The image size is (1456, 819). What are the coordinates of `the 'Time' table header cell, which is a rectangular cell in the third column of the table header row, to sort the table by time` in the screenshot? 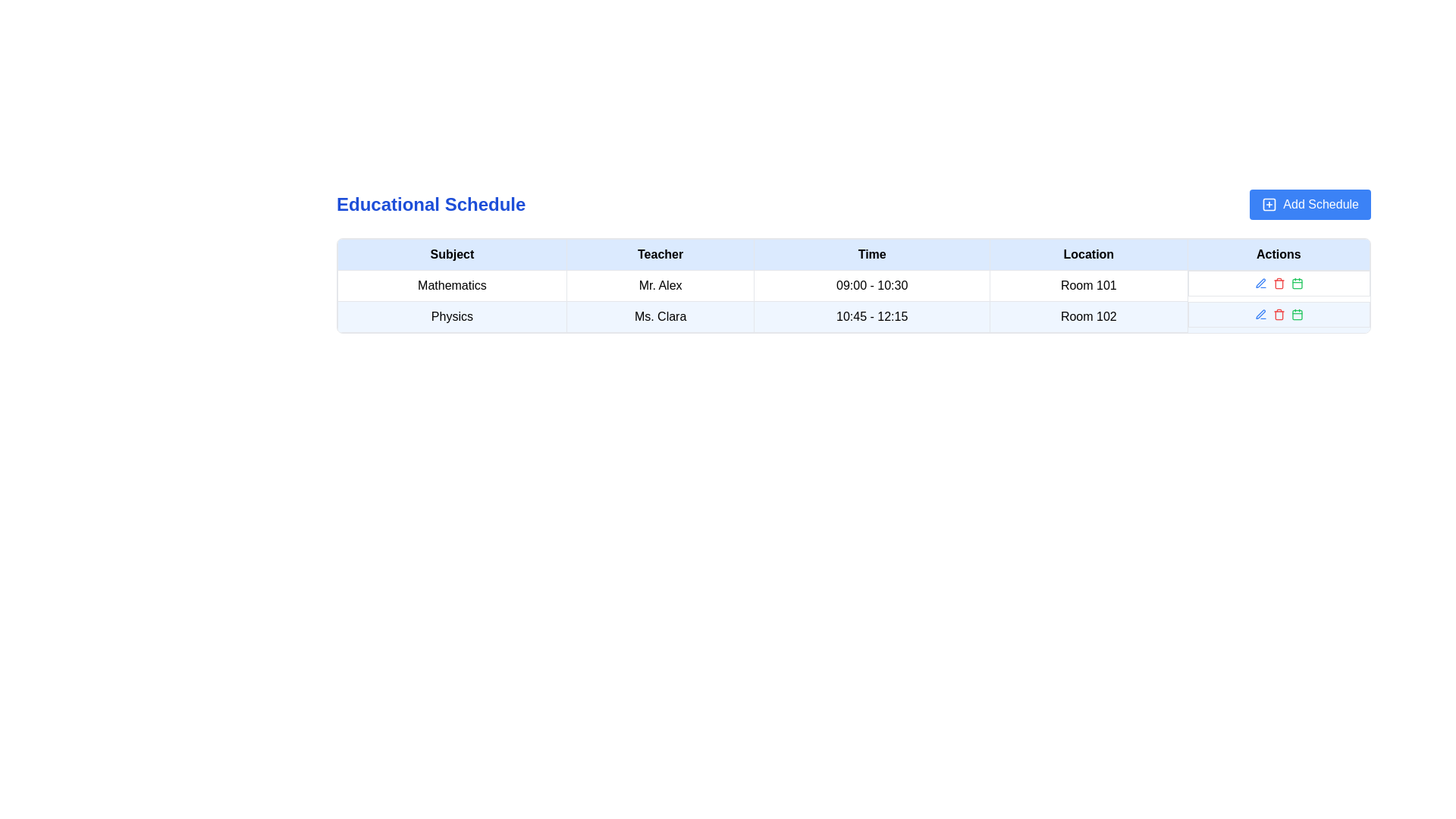 It's located at (854, 253).